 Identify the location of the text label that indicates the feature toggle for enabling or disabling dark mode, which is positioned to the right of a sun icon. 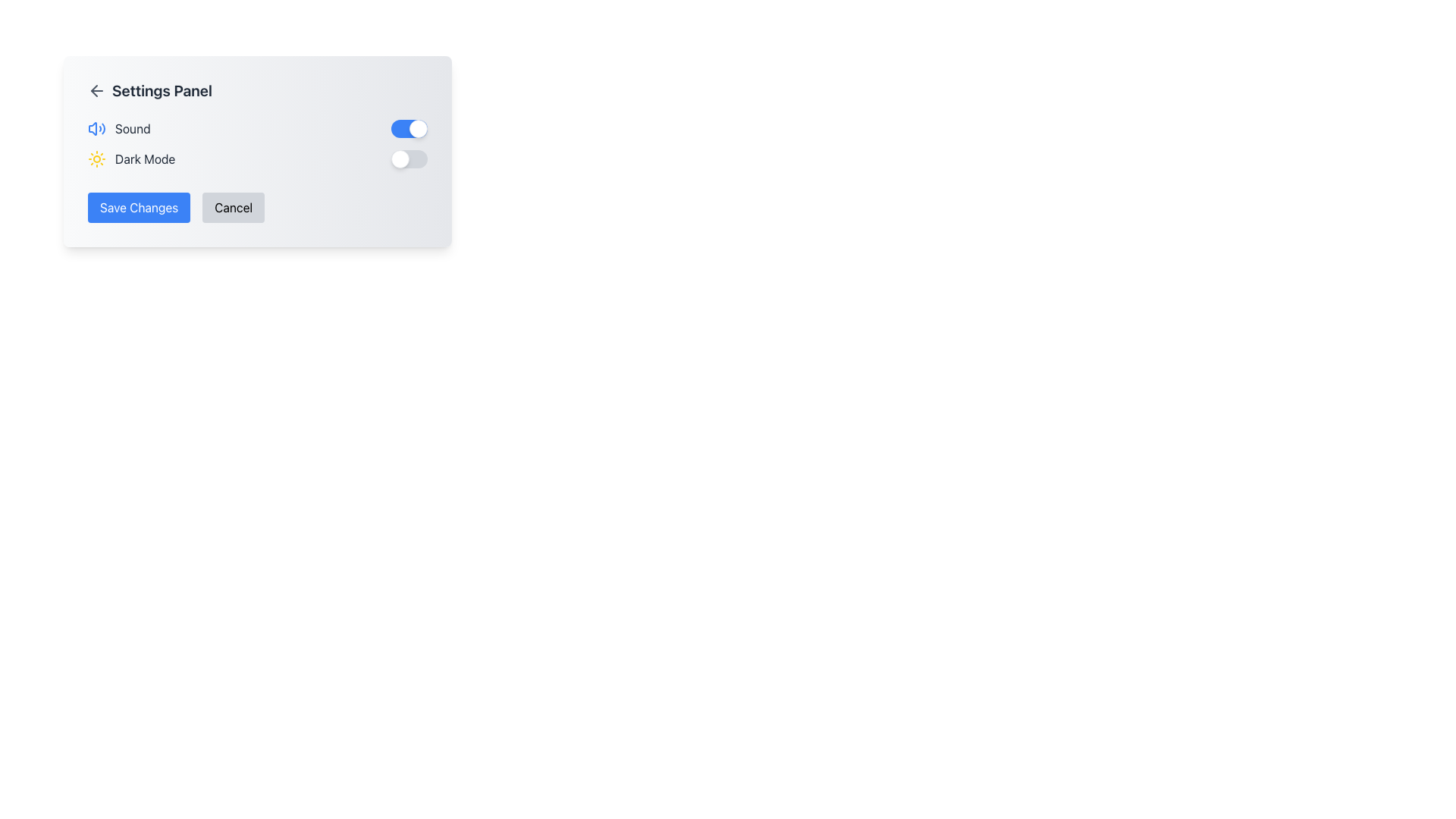
(145, 158).